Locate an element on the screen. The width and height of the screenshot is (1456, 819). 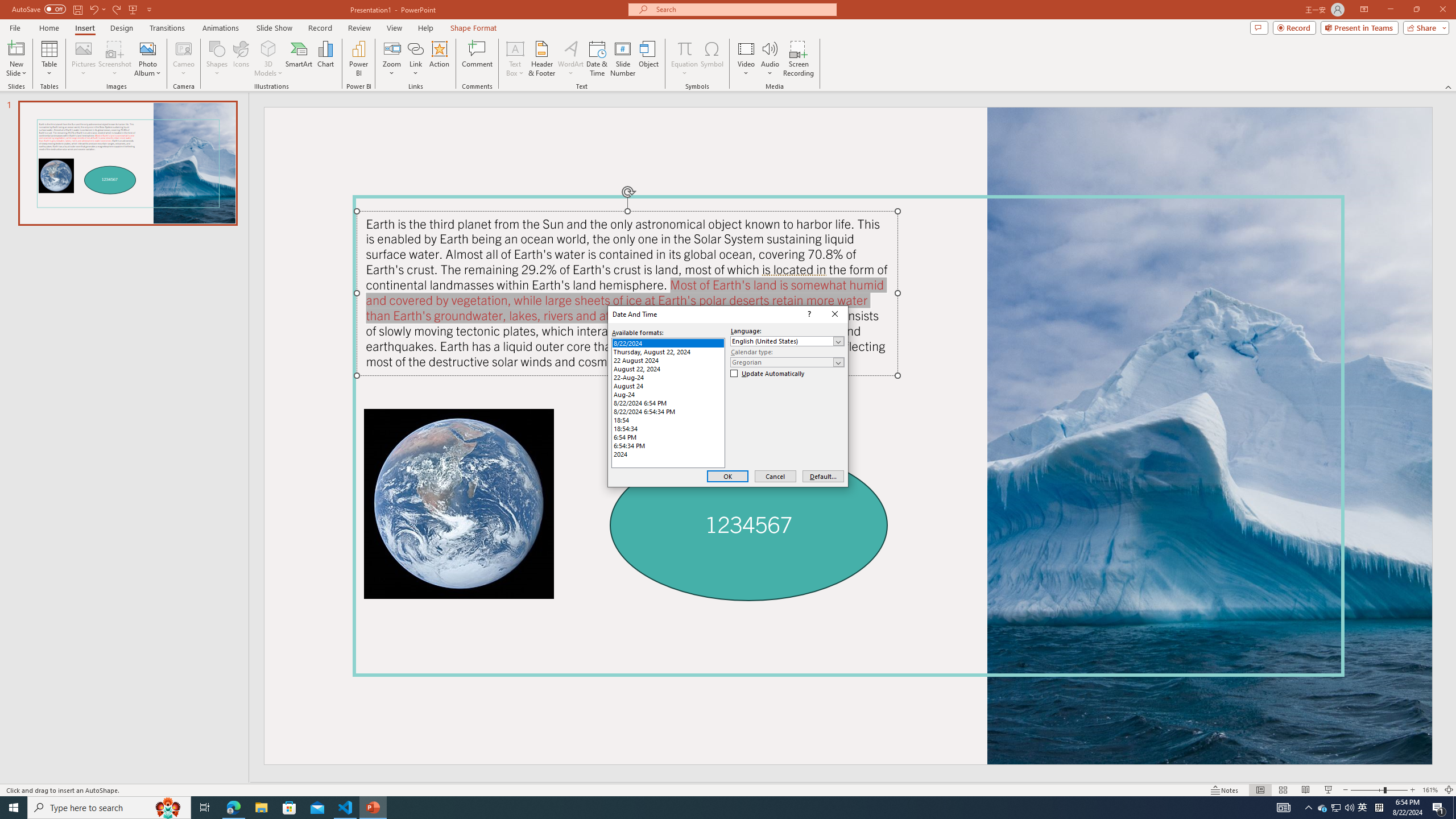
'6:54:34 PM' is located at coordinates (668, 445).